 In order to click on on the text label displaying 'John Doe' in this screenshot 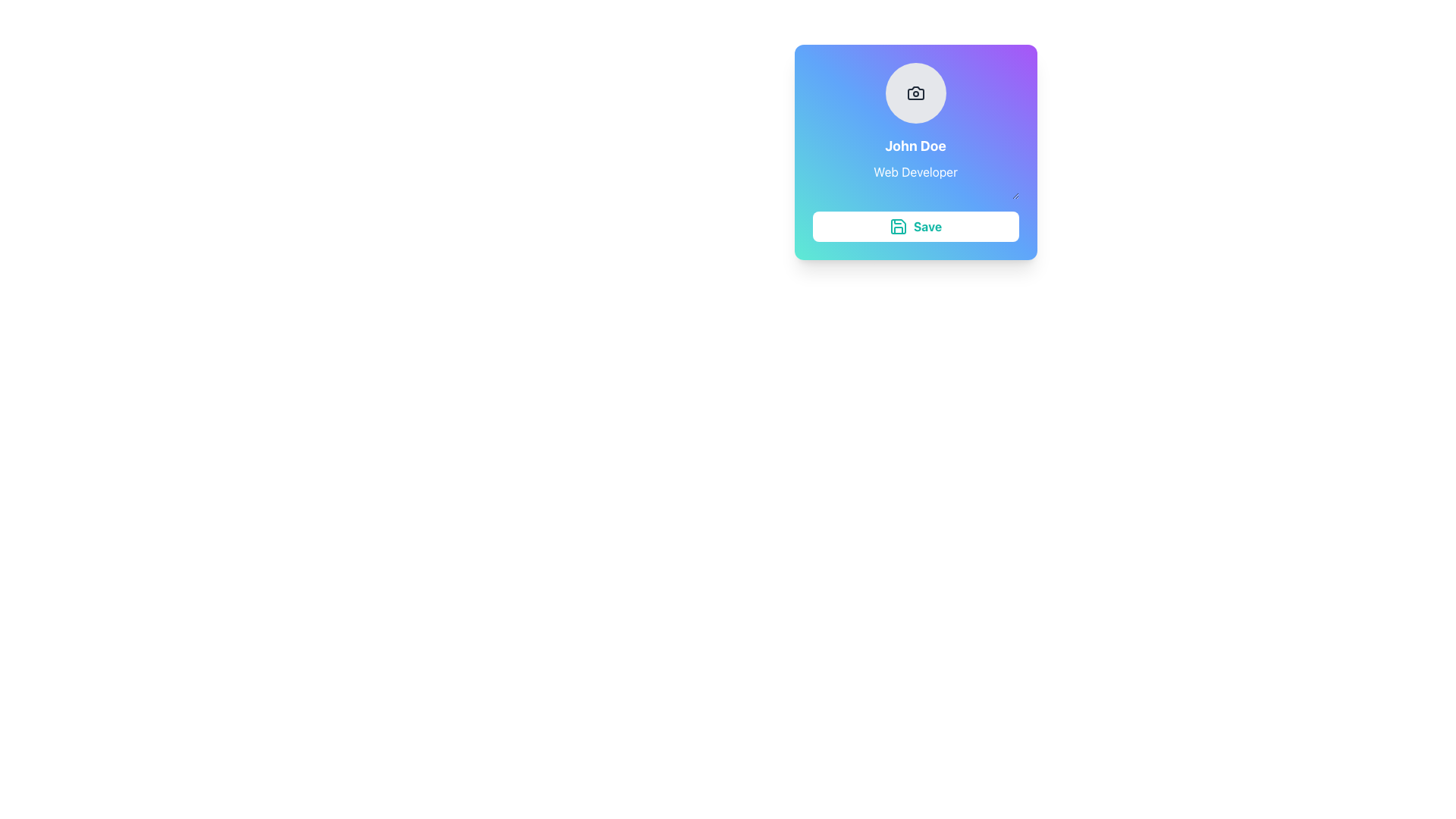, I will do `click(915, 146)`.